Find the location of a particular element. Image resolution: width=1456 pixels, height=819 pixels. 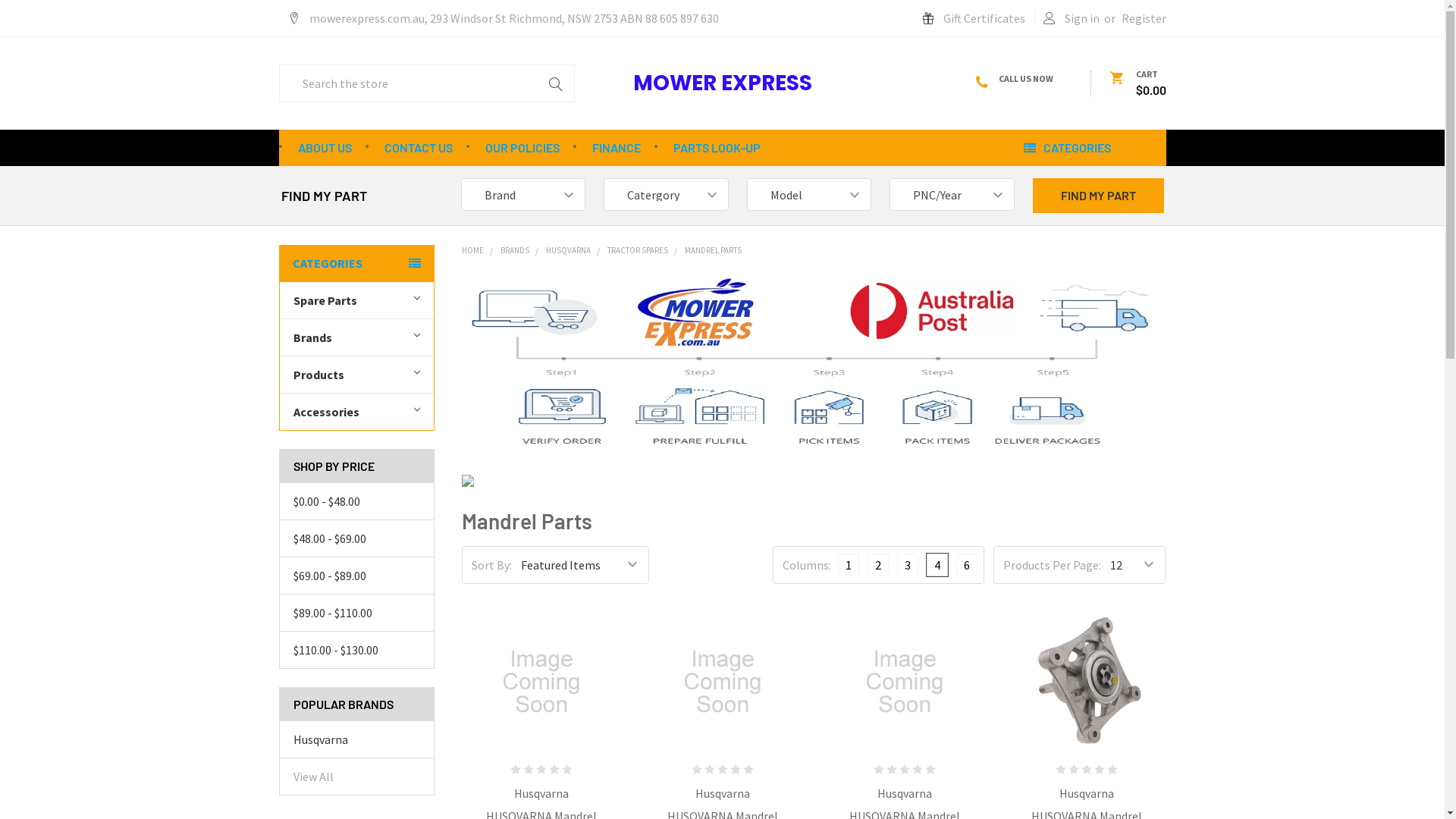

'Find my part' is located at coordinates (1098, 195).